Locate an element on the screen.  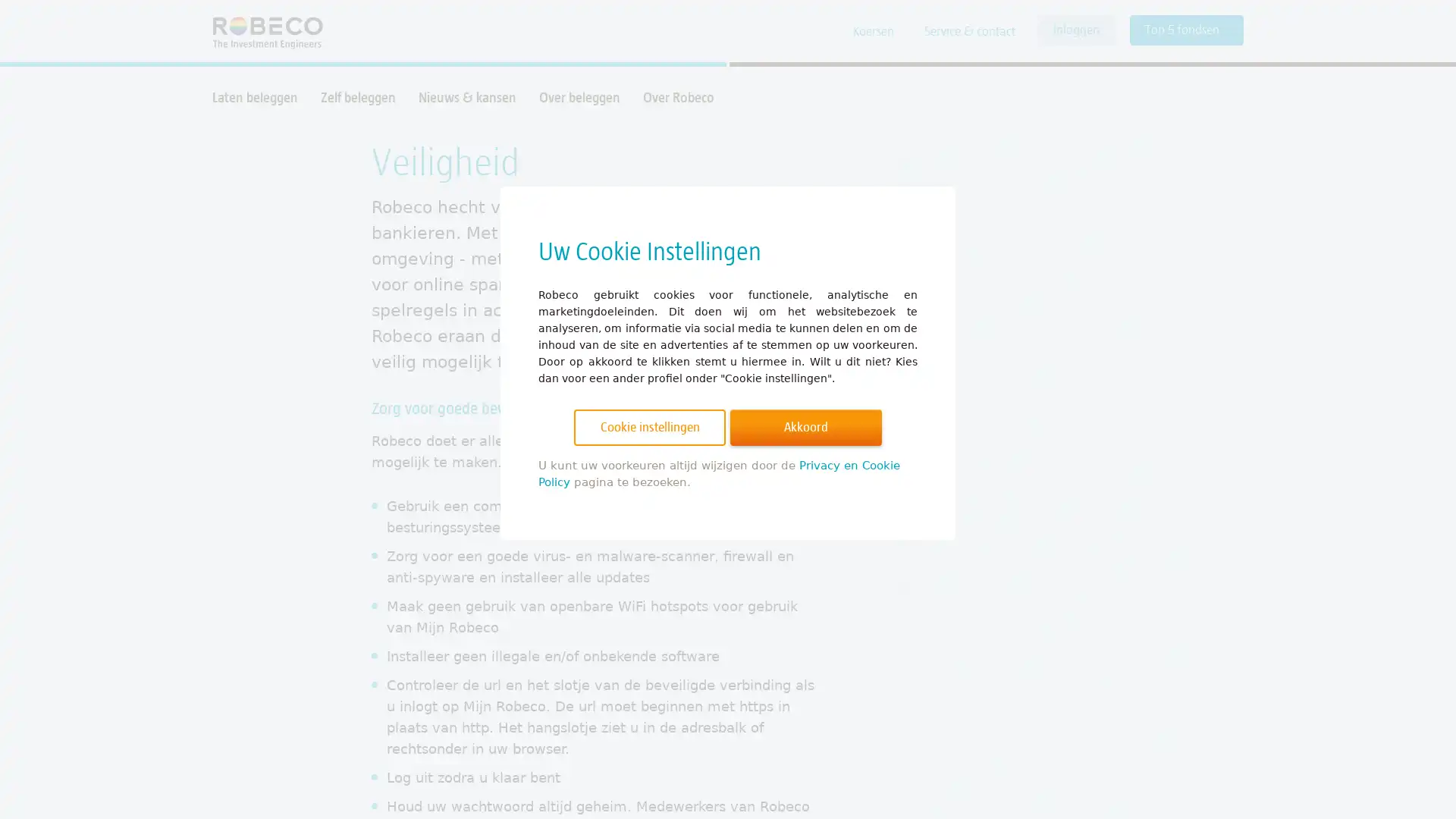
Inloggen is located at coordinates (1075, 30).